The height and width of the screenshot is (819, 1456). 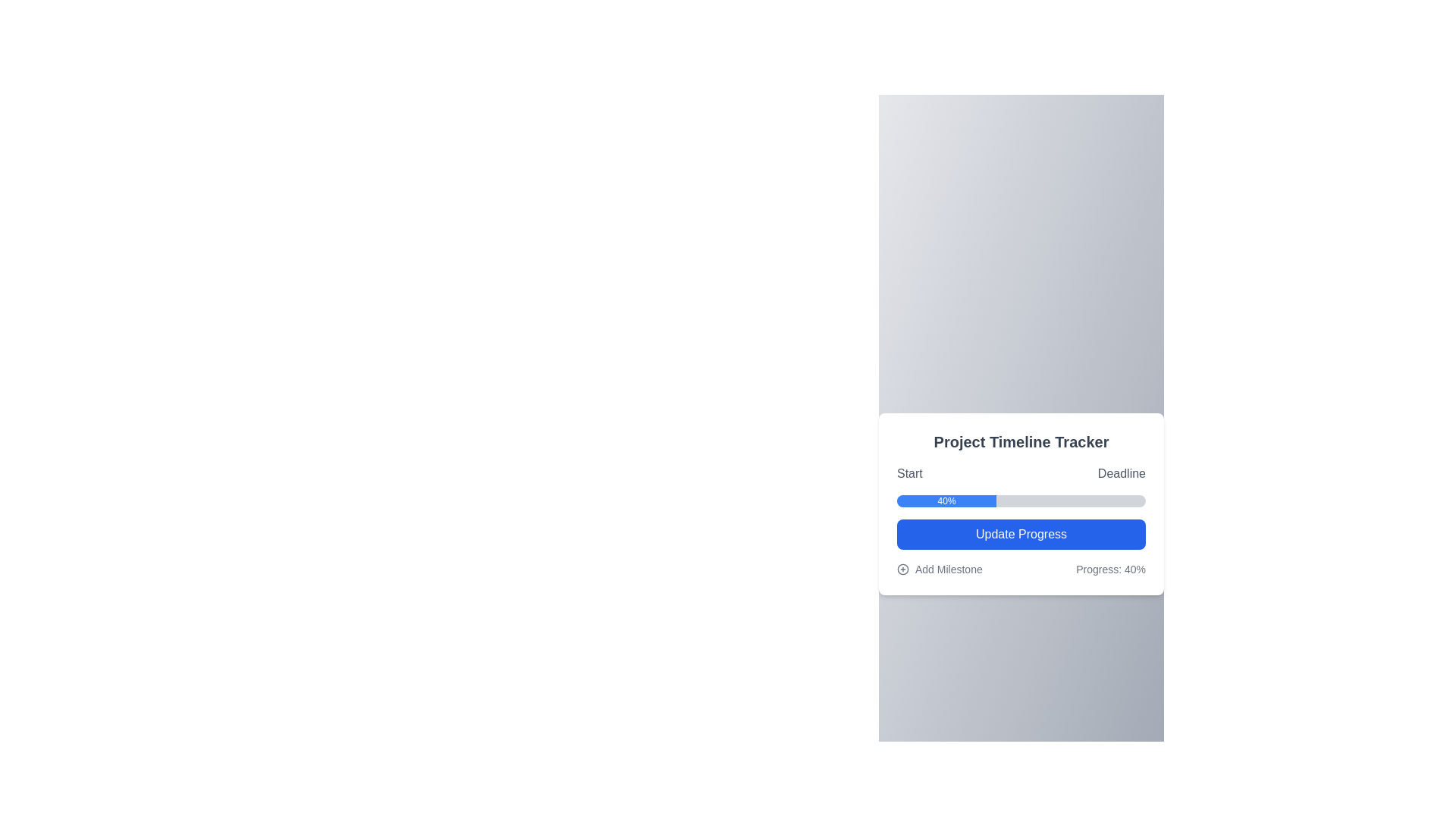 I want to click on the 'Progress: 40%' text displayed in the label and link combination with an icon, located near the bottom of the 'Project Timeline Tracker' card component, directly below the 'Update Progress' button, so click(x=1021, y=570).